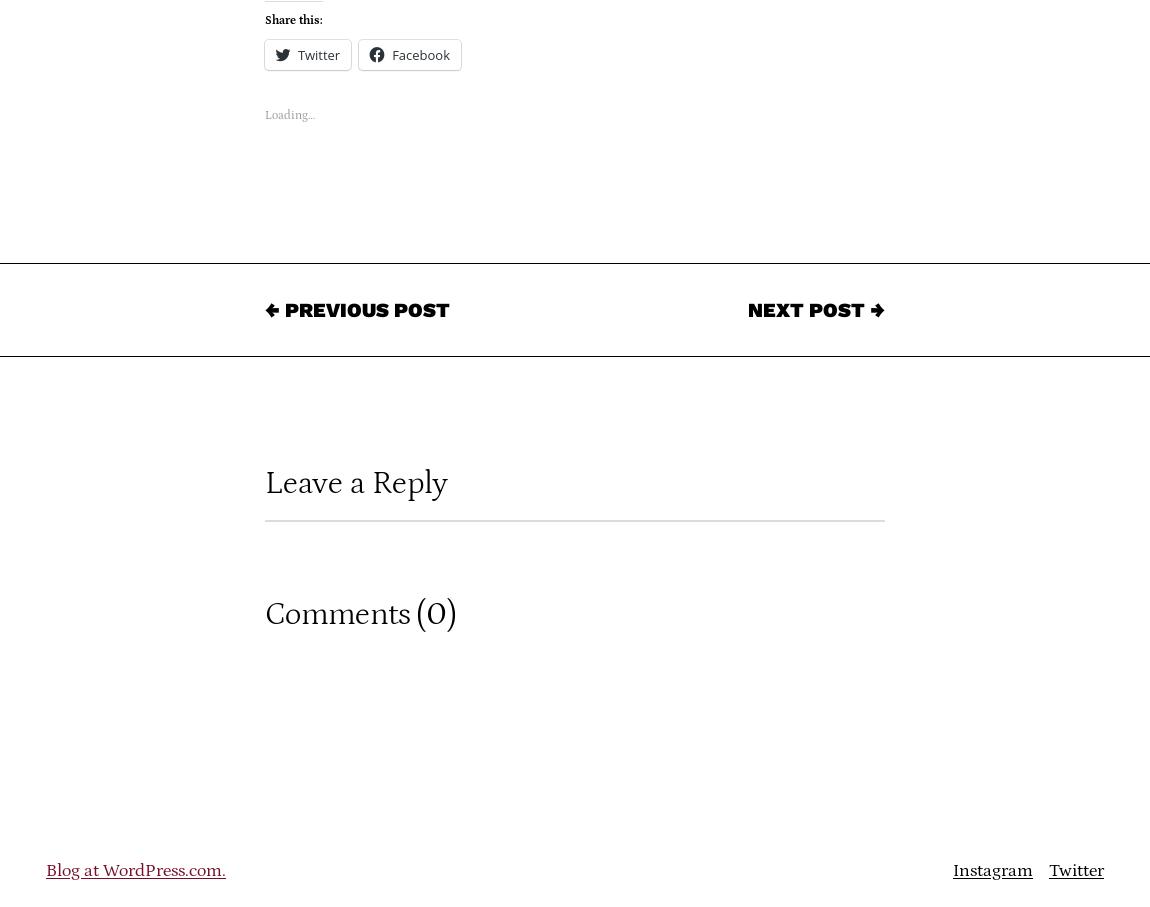 This screenshot has height=907, width=1150. Describe the element at coordinates (356, 483) in the screenshot. I see `'Leave a Reply'` at that location.